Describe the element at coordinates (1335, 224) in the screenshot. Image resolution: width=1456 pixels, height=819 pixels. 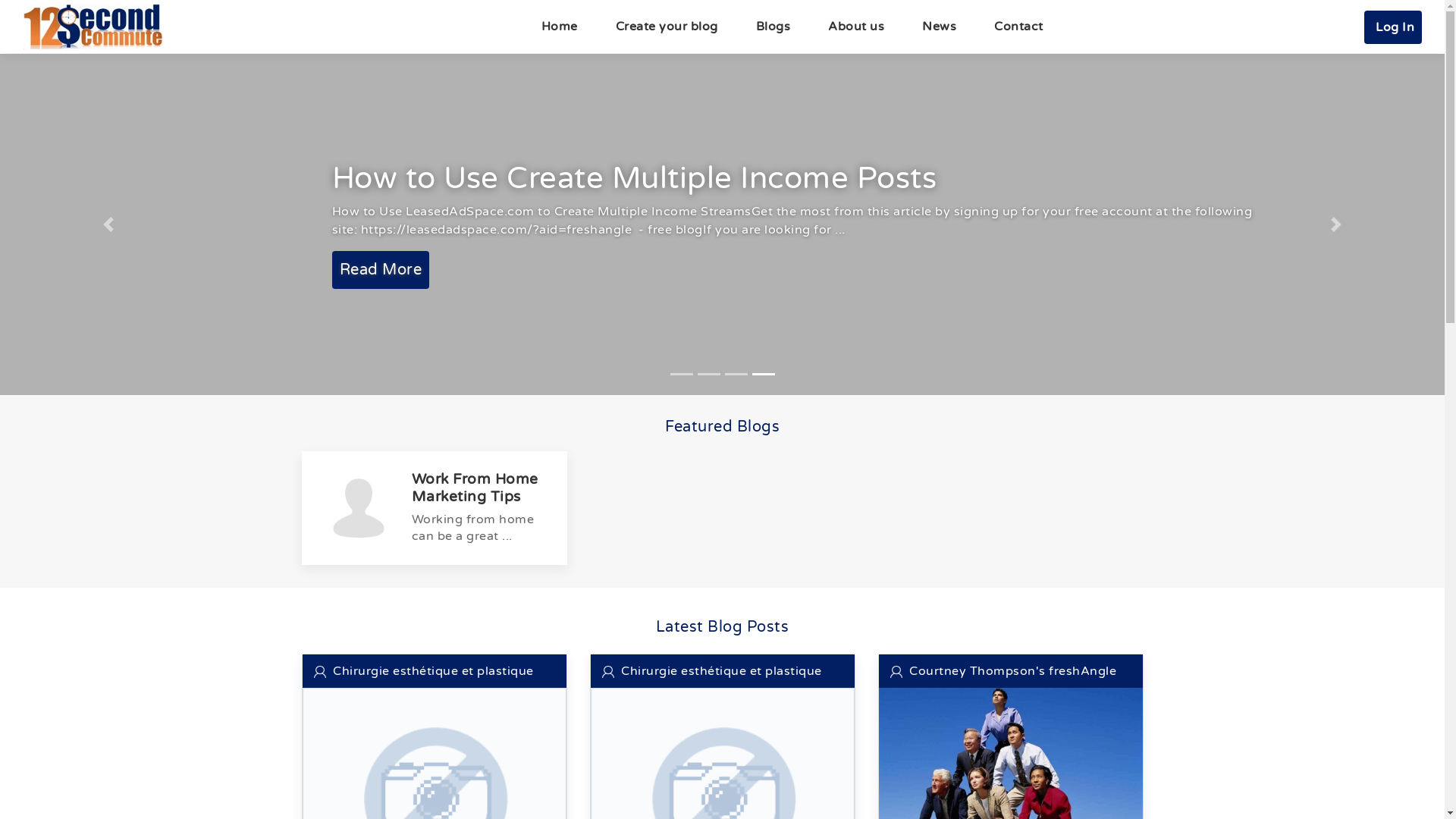
I see `'Next'` at that location.